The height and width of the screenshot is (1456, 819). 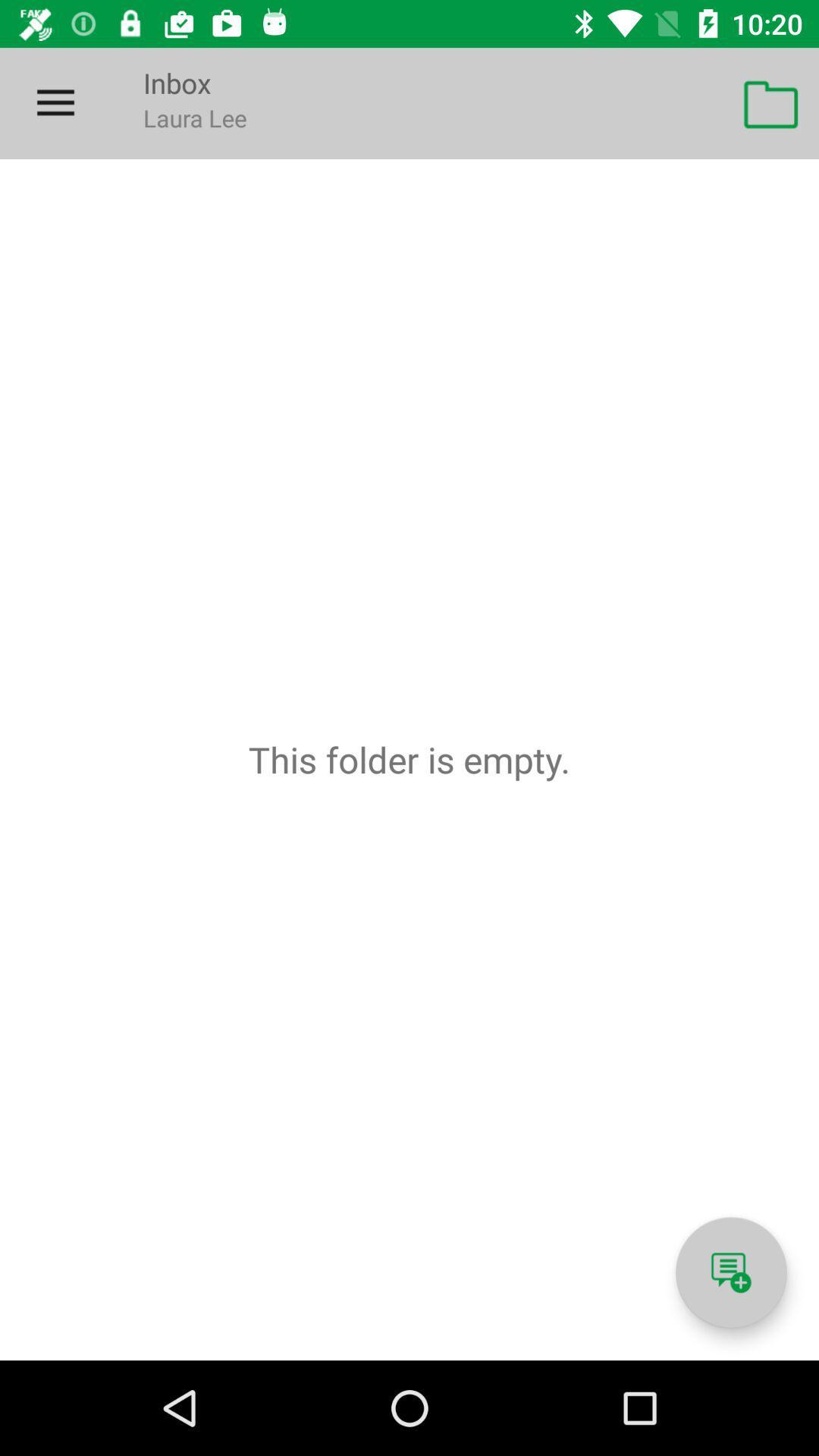 I want to click on icon to the left of inbox, so click(x=55, y=102).